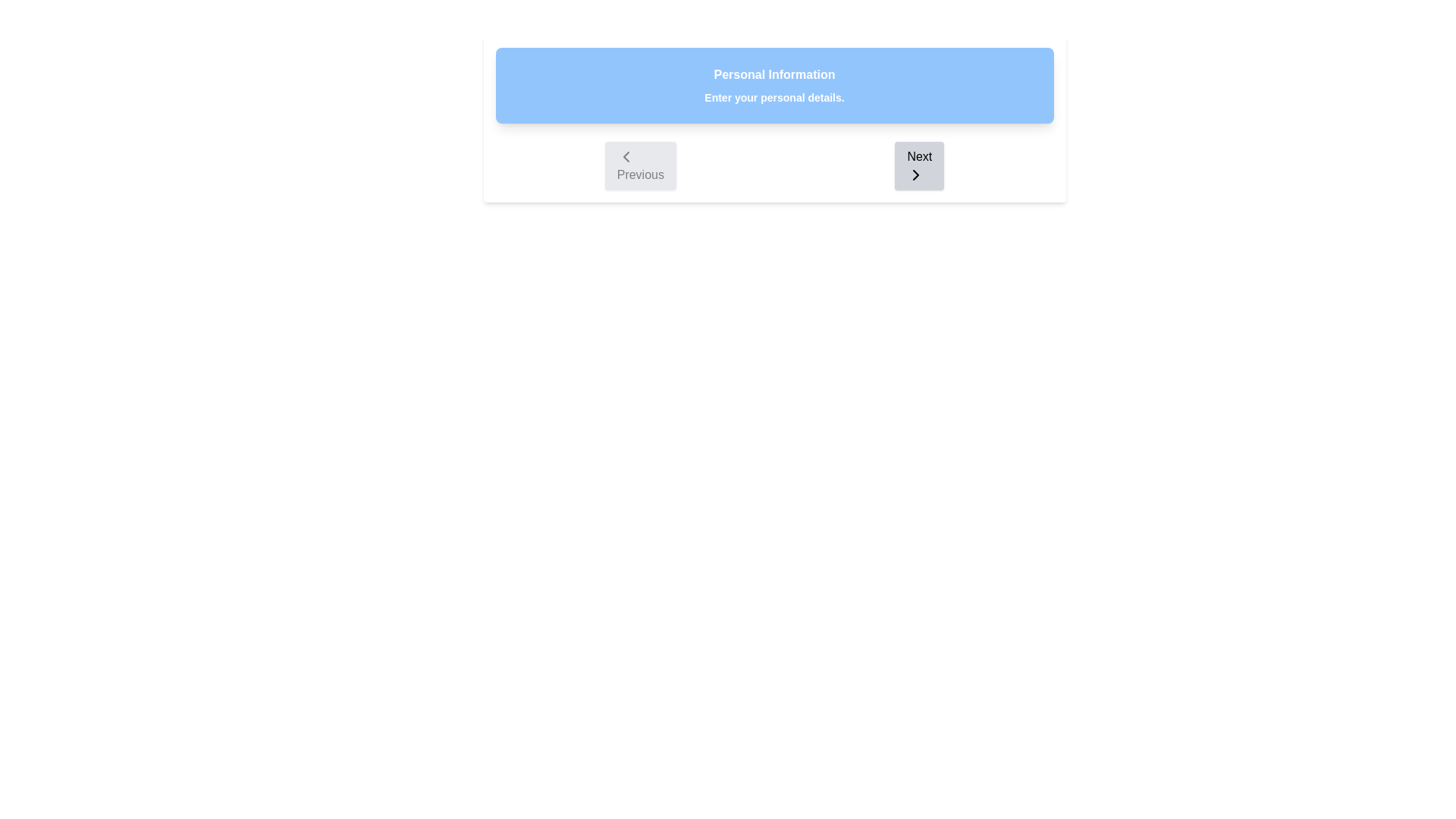  What do you see at coordinates (626, 157) in the screenshot?
I see `the backward navigation icon located in the lower-left corner of the content card, which serves as a visual cue for navigating to the previous step` at bounding box center [626, 157].